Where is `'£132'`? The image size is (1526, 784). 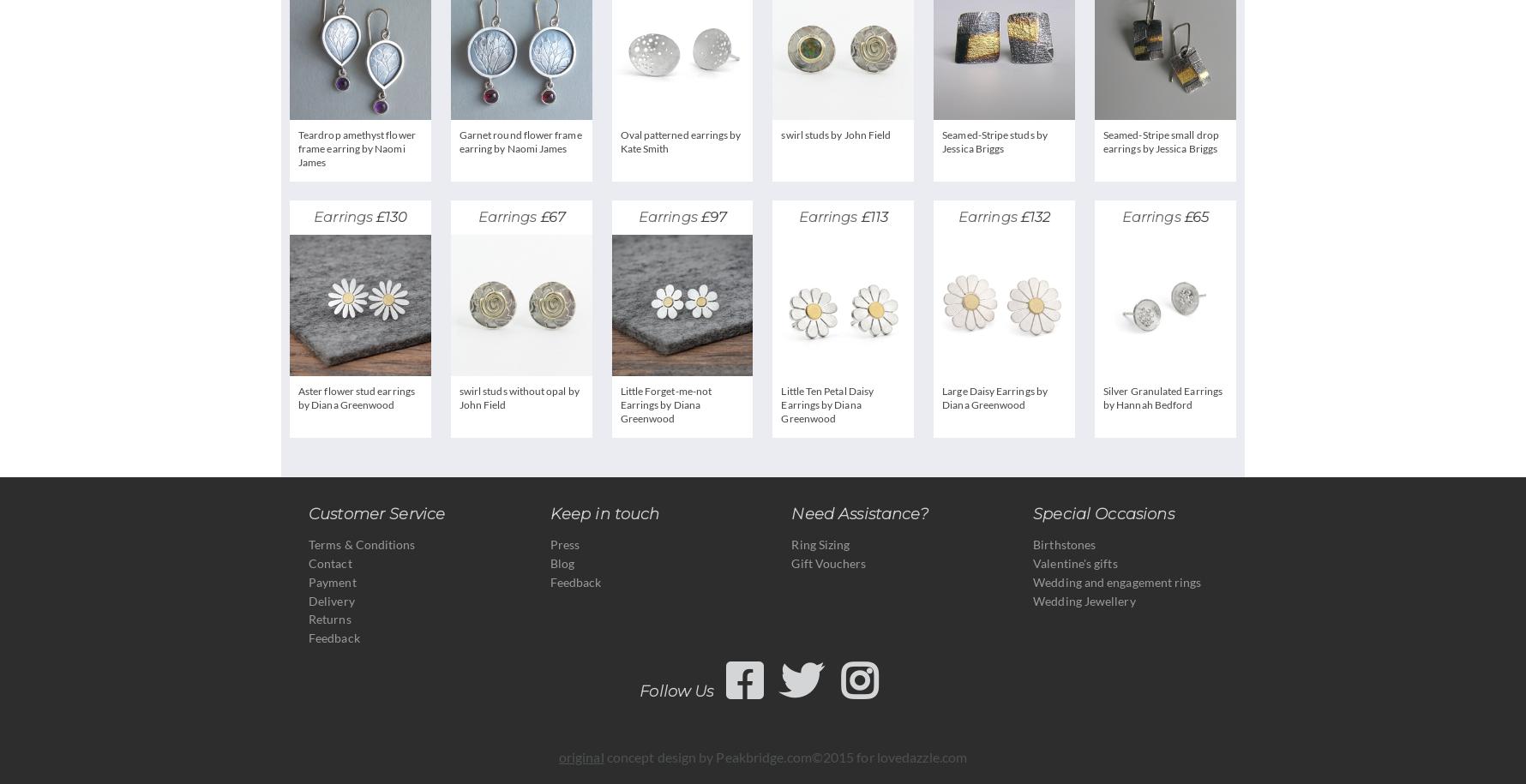 '£132' is located at coordinates (1035, 217).